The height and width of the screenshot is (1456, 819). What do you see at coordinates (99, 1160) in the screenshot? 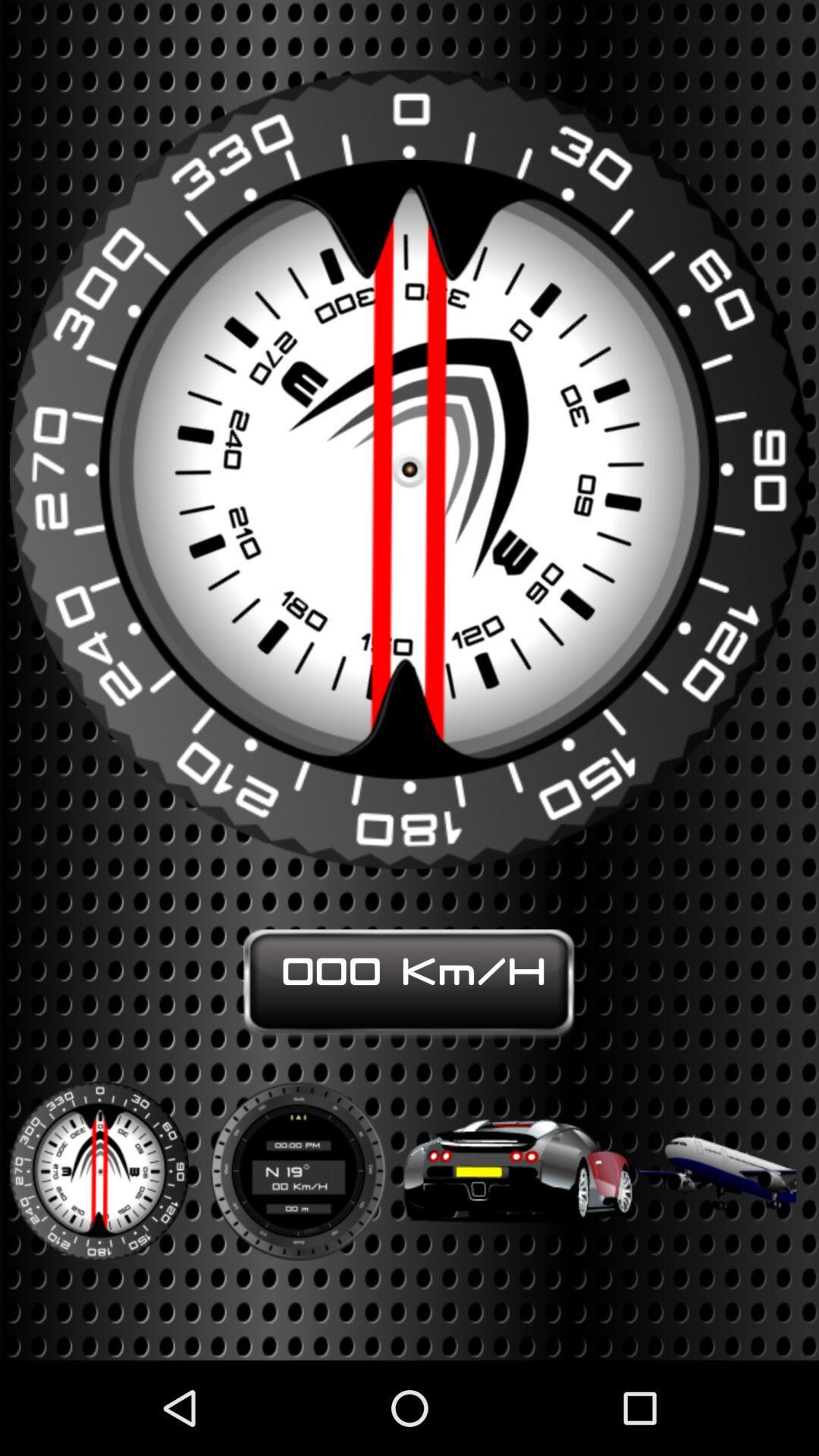
I see `the item at the bottom left corner` at bounding box center [99, 1160].